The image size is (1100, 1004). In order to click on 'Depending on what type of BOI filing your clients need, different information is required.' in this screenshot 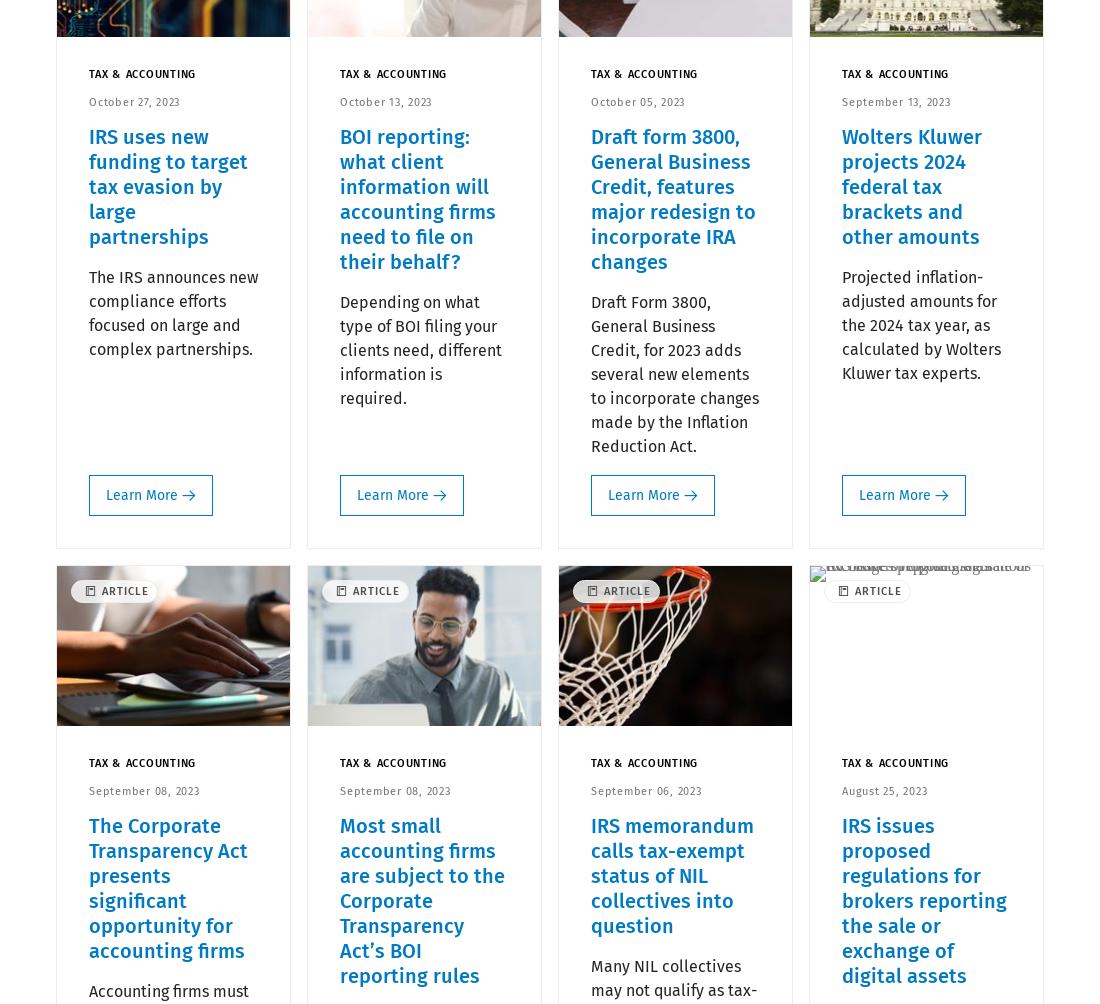, I will do `click(419, 349)`.